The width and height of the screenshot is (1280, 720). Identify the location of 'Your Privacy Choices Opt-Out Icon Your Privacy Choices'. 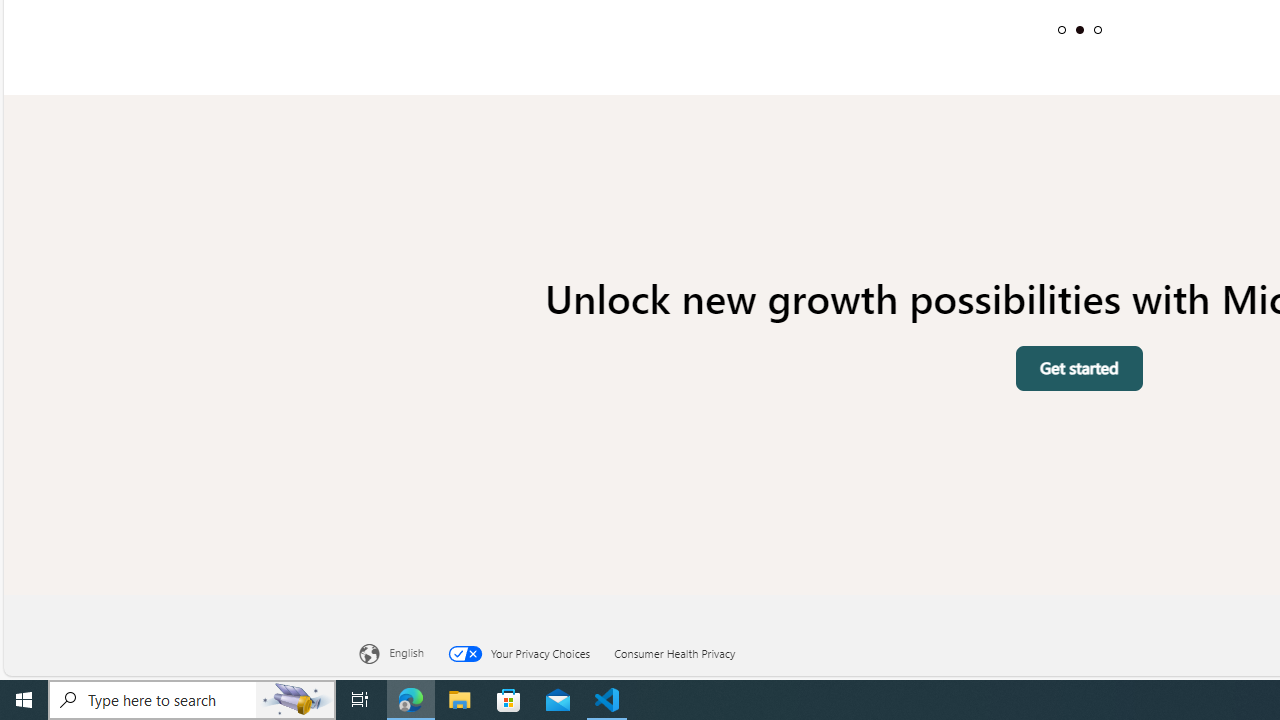
(531, 651).